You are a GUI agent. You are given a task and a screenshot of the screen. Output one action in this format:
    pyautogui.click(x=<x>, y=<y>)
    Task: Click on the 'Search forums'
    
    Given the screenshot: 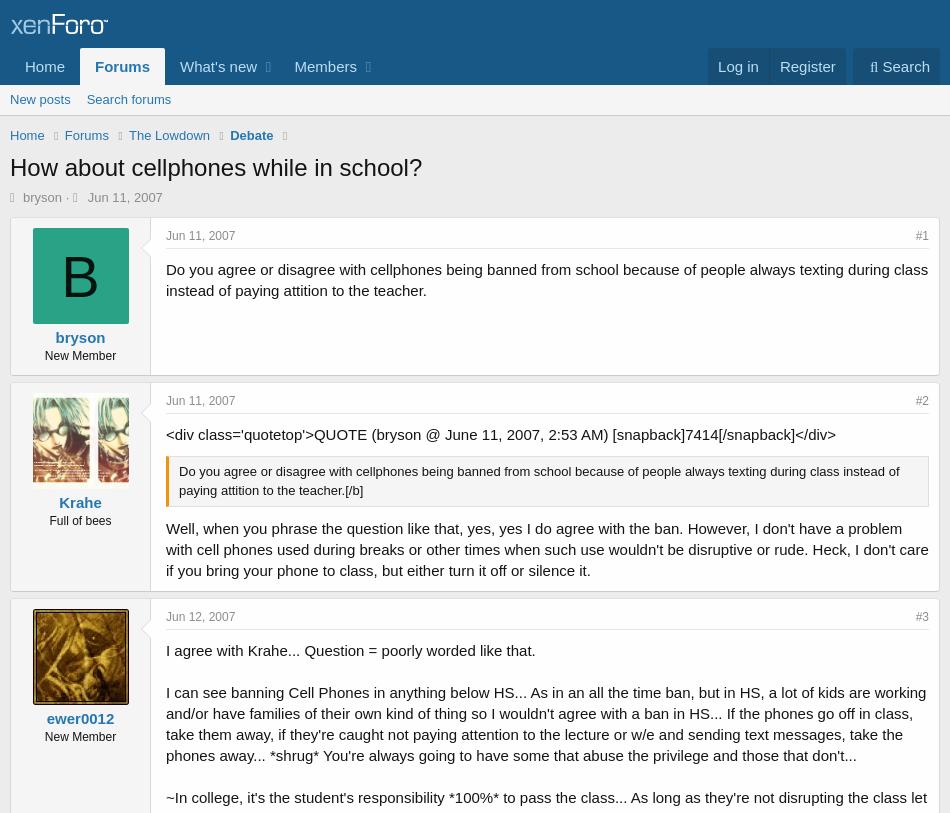 What is the action you would take?
    pyautogui.click(x=128, y=98)
    